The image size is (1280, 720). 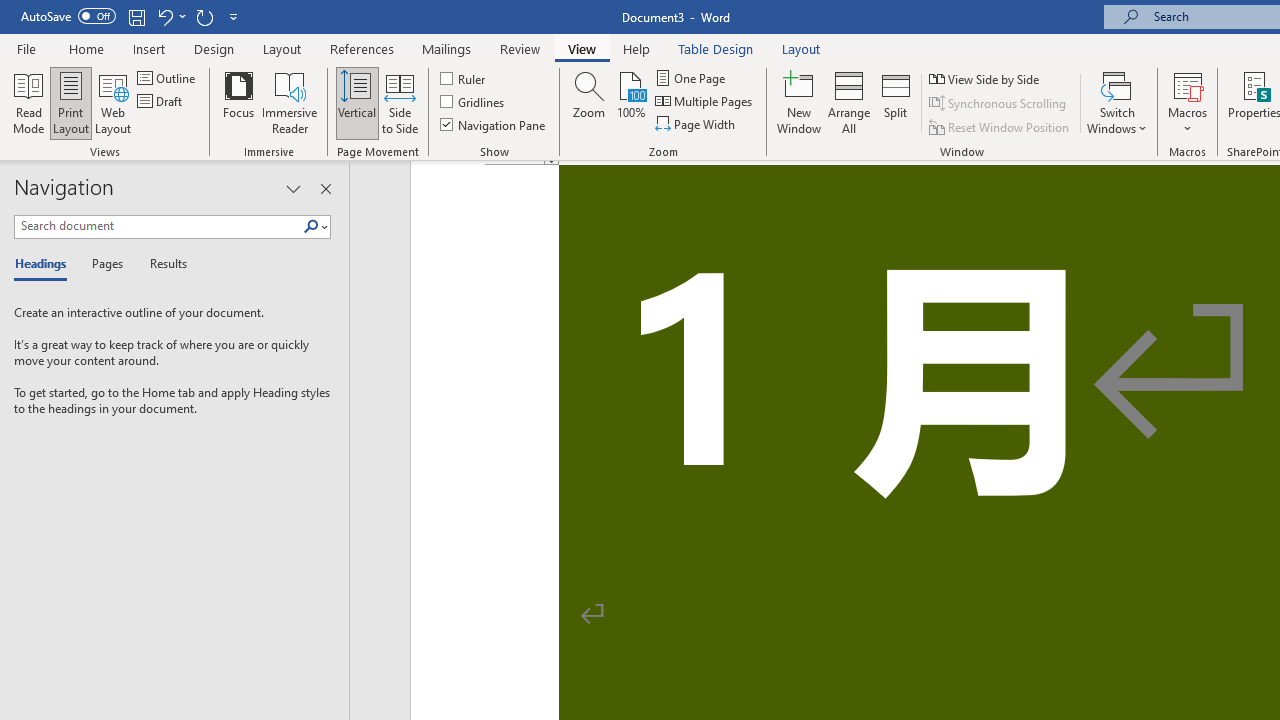 What do you see at coordinates (161, 264) in the screenshot?
I see `'Results'` at bounding box center [161, 264].